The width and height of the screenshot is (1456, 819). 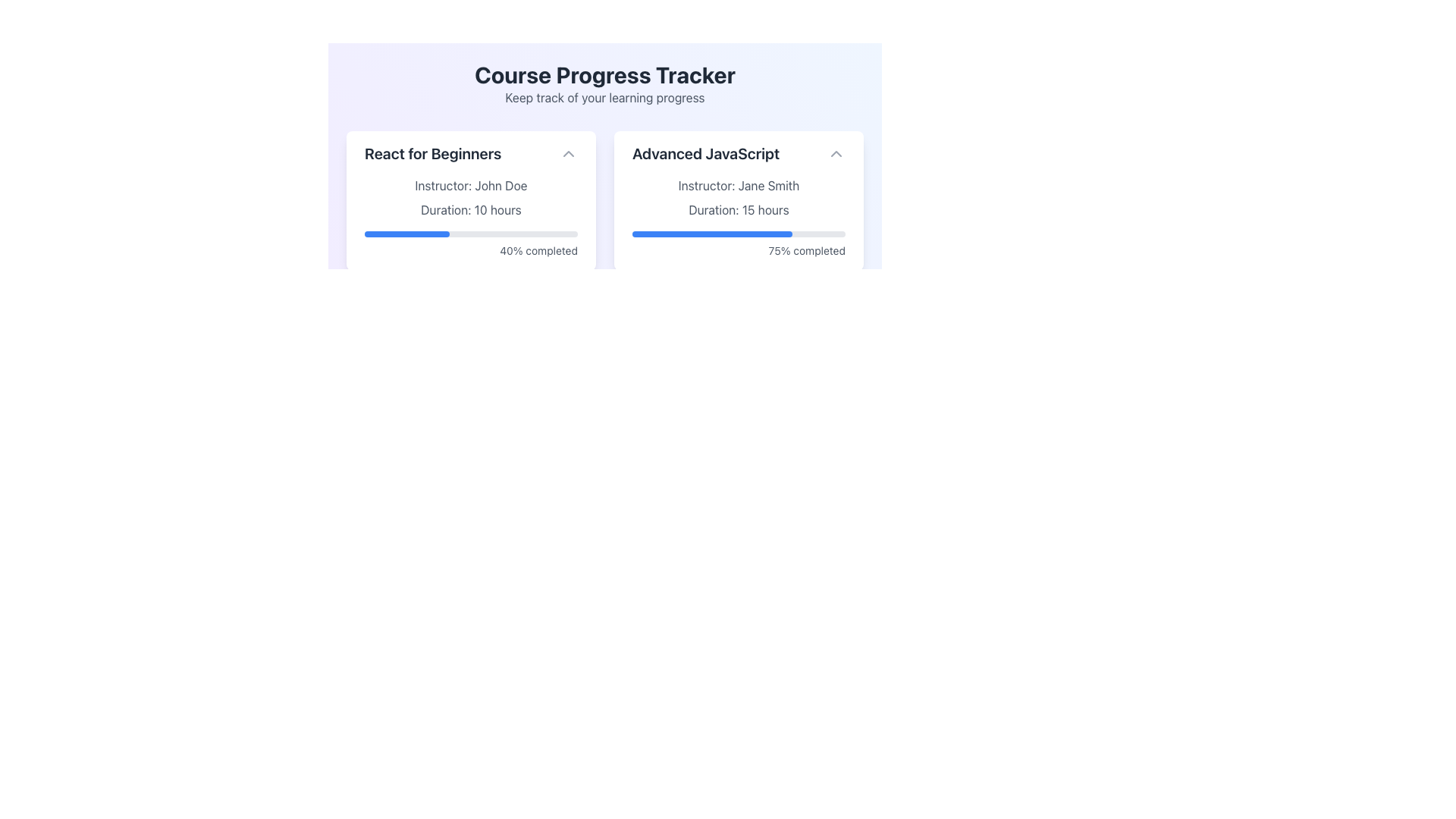 What do you see at coordinates (470, 185) in the screenshot?
I see `the static text label displaying the instructor's name for the course, which is positioned after the title 'React for Beginners' and before the text 'Duration: 10 hours'` at bounding box center [470, 185].